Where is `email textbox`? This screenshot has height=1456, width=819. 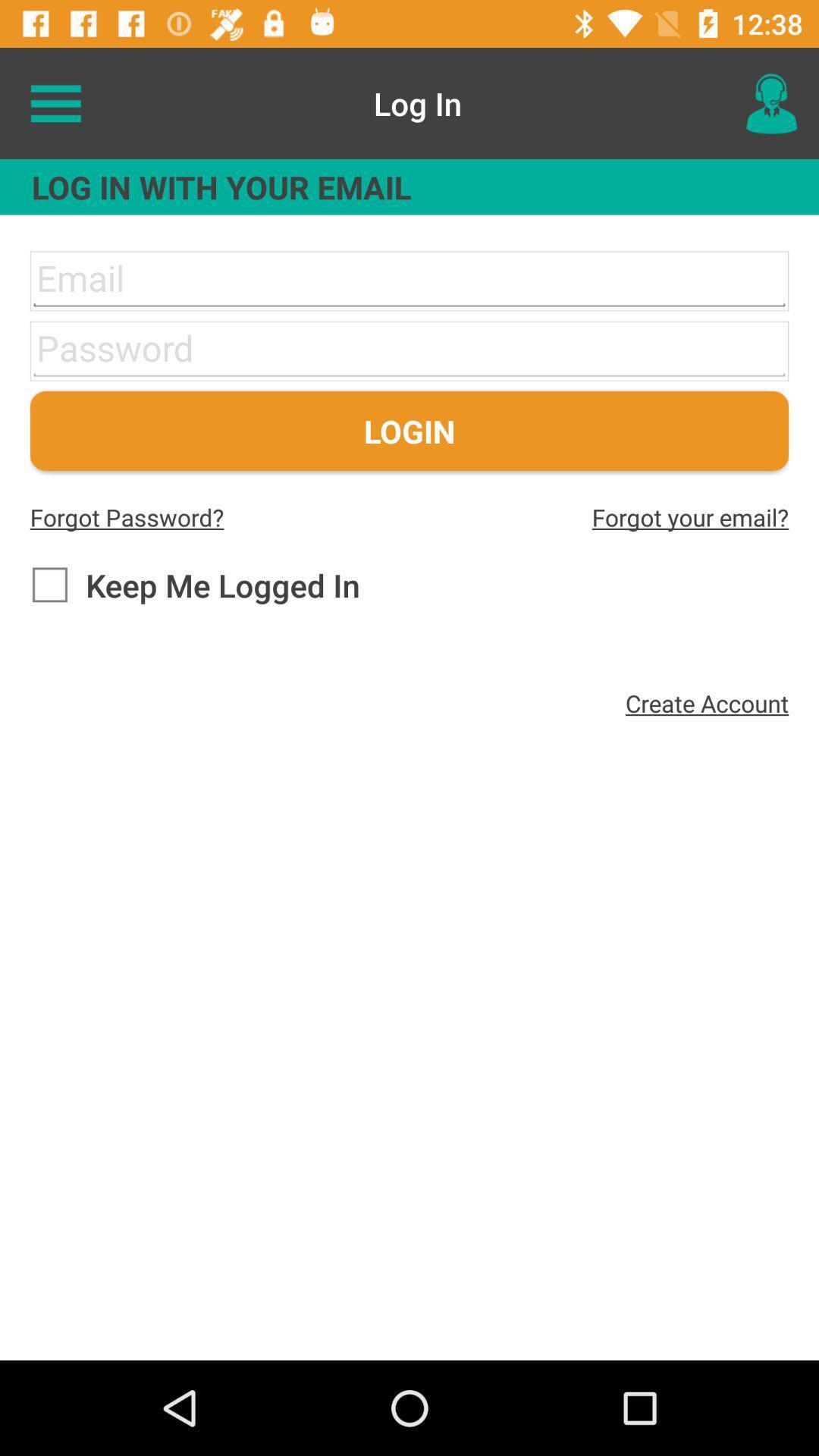
email textbox is located at coordinates (409, 281).